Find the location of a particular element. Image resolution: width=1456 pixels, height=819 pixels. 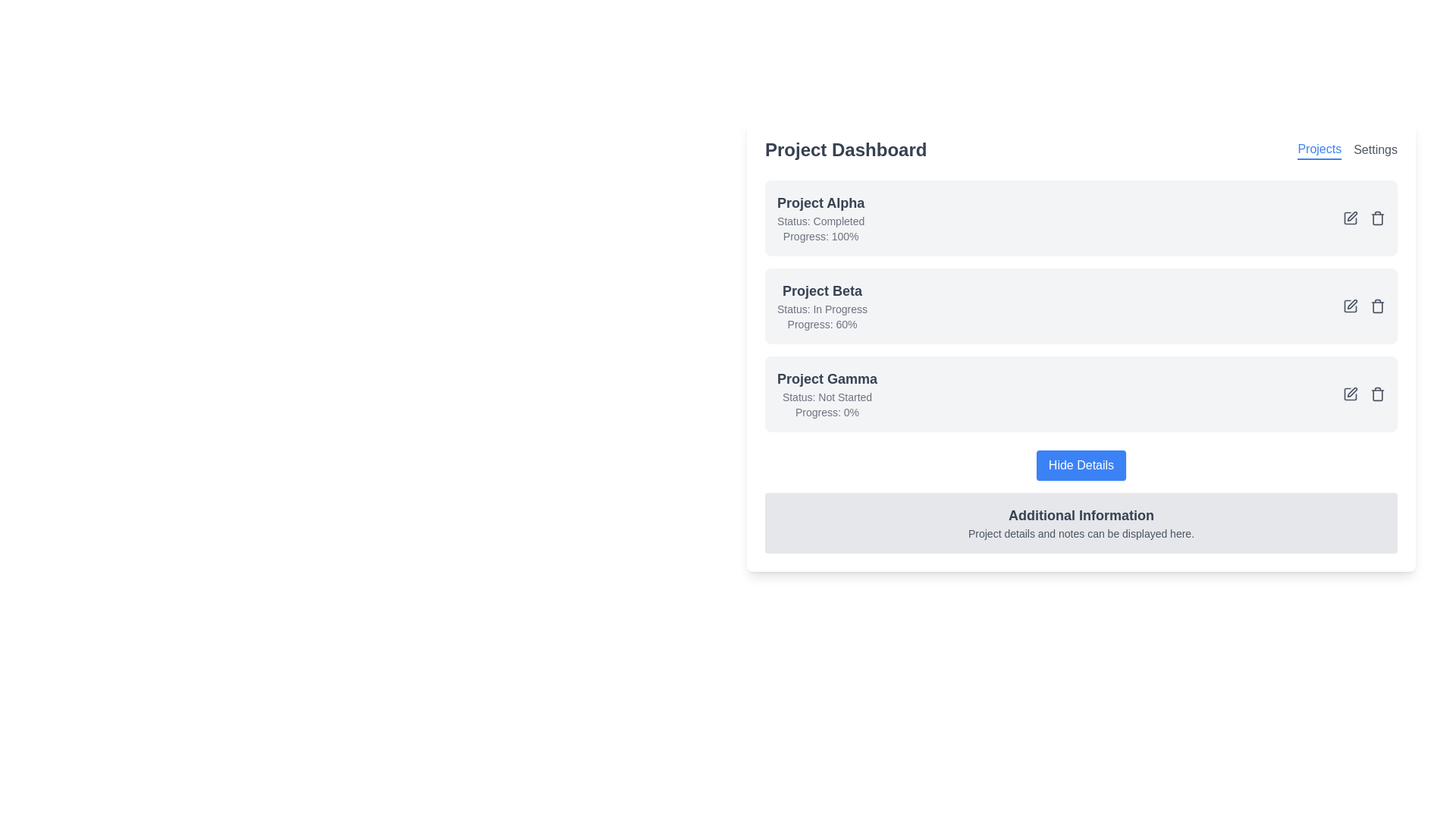

the trash bin icon button located to the right of the 'Project Gamma' entry, which is styled with a subtle design and neutral gray color scheme is located at coordinates (1378, 394).